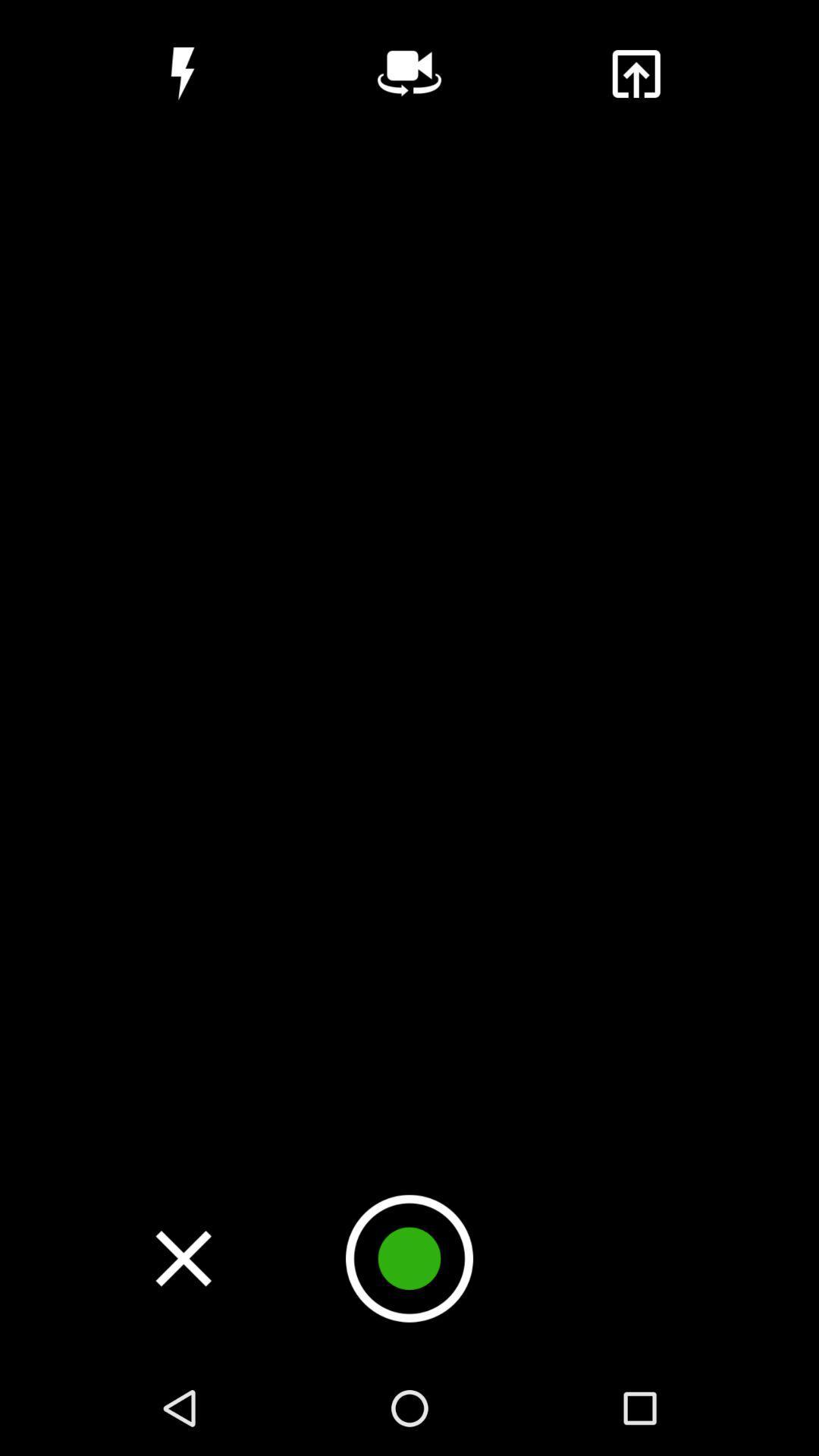 The width and height of the screenshot is (819, 1456). Describe the element at coordinates (182, 73) in the screenshot. I see `flash icon` at that location.